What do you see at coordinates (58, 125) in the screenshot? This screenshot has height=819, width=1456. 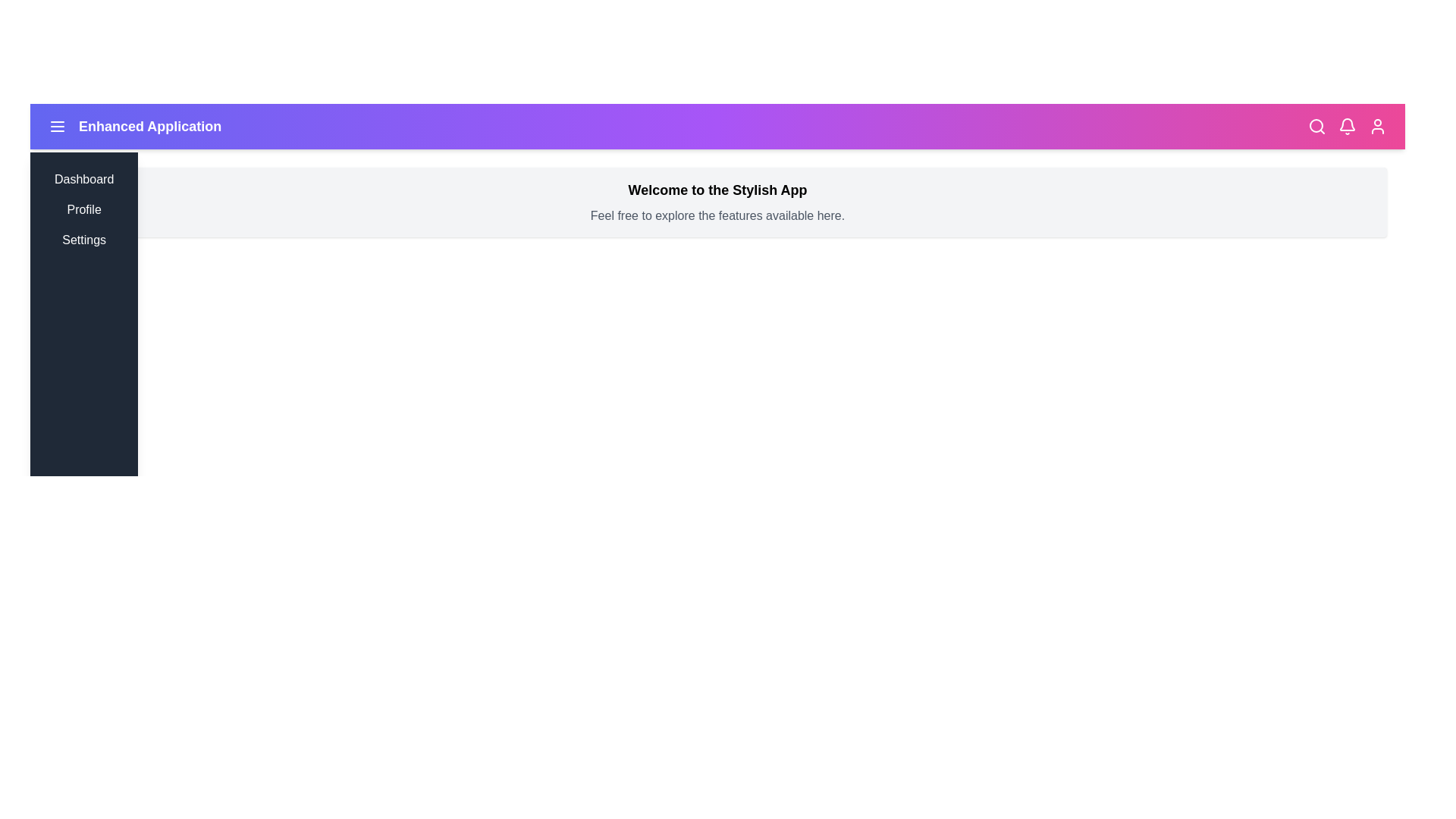 I see `the menu icon to toggle the sidebar visibility` at bounding box center [58, 125].